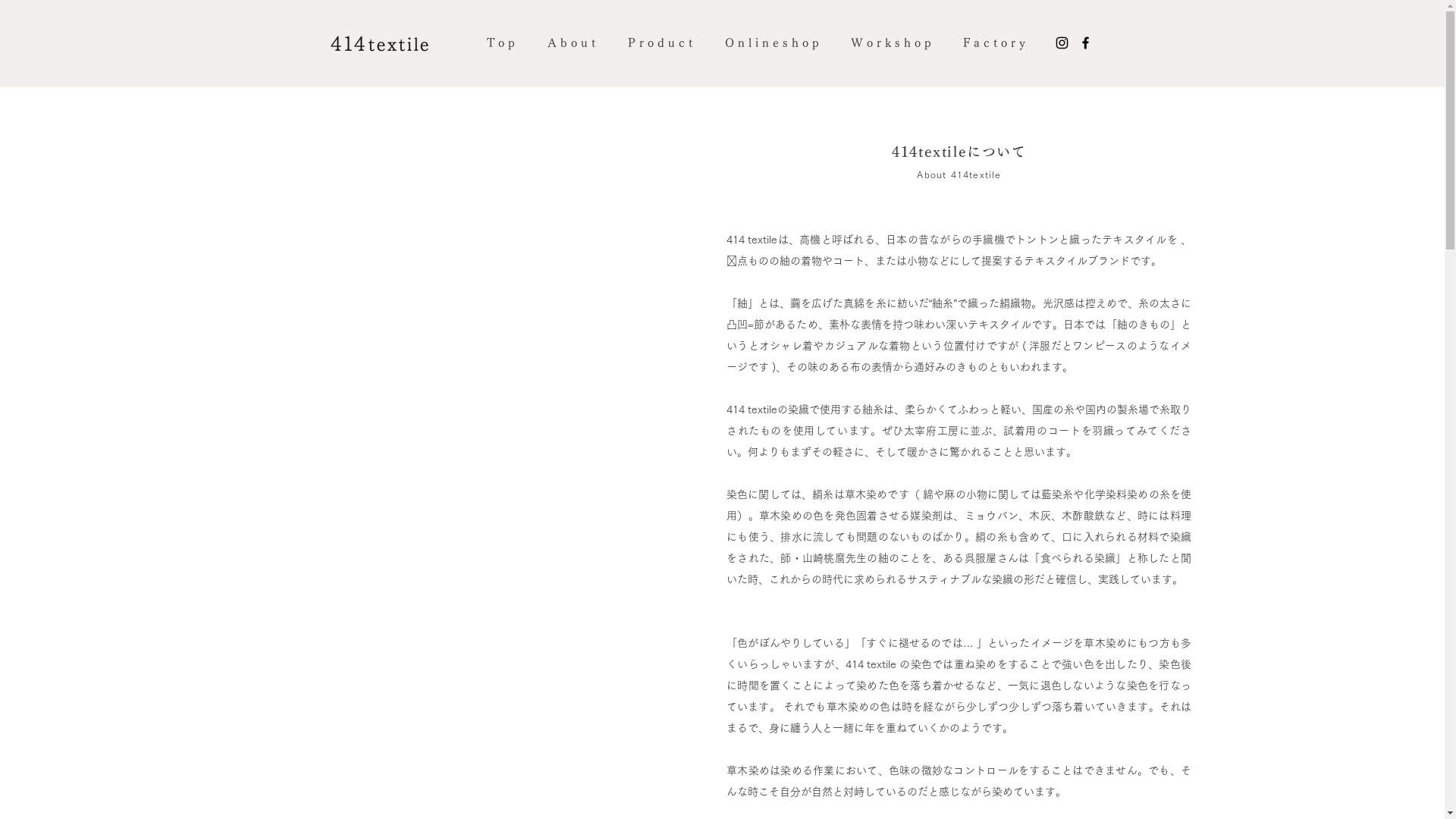 The image size is (1456, 819). Describe the element at coordinates (771, 42) in the screenshot. I see `'O n l i n e s h o p'` at that location.